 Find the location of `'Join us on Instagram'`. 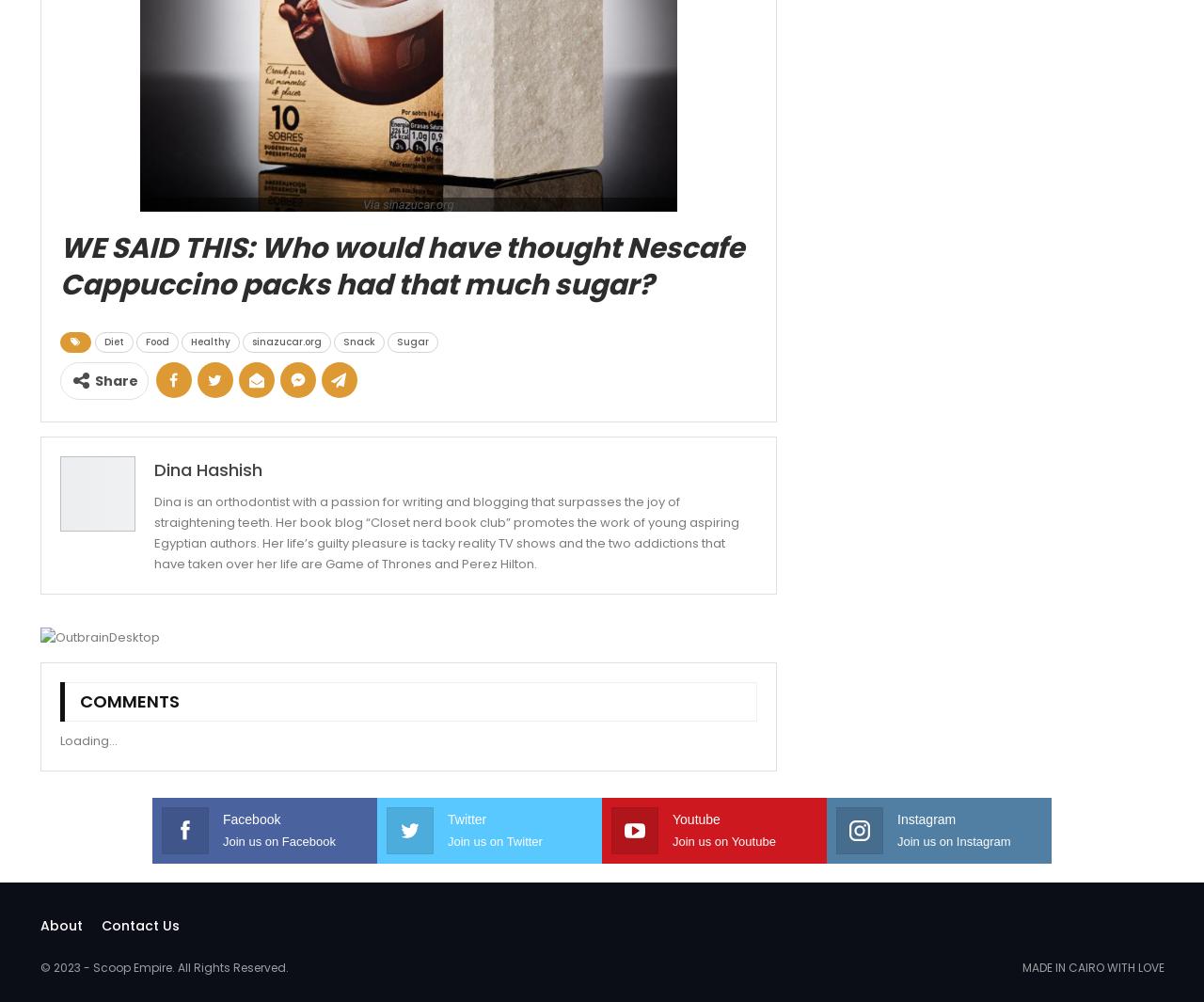

'Join us on Instagram' is located at coordinates (954, 840).